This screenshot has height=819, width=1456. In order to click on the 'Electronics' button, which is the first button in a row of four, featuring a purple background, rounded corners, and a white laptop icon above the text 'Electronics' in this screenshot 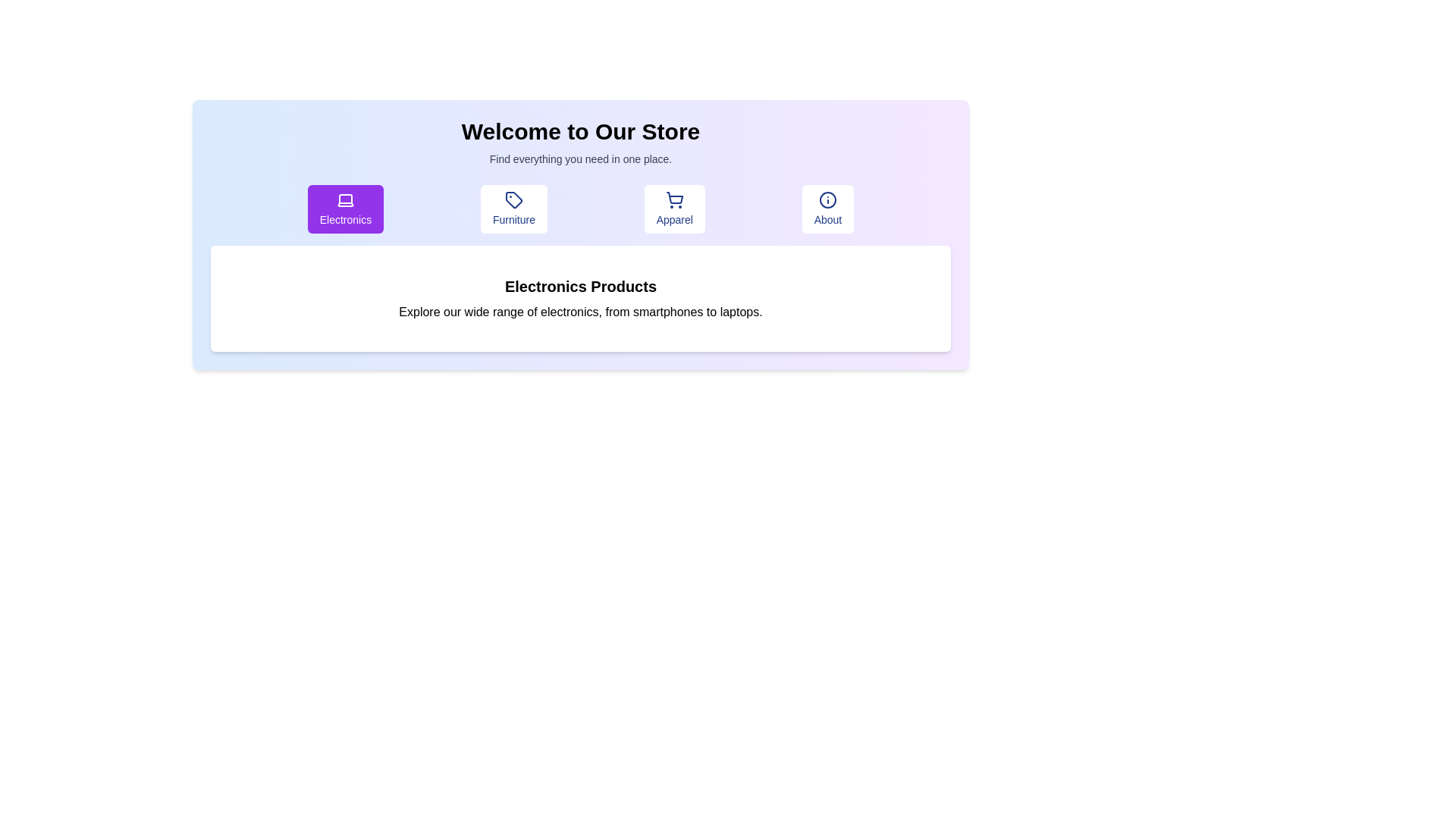, I will do `click(345, 209)`.